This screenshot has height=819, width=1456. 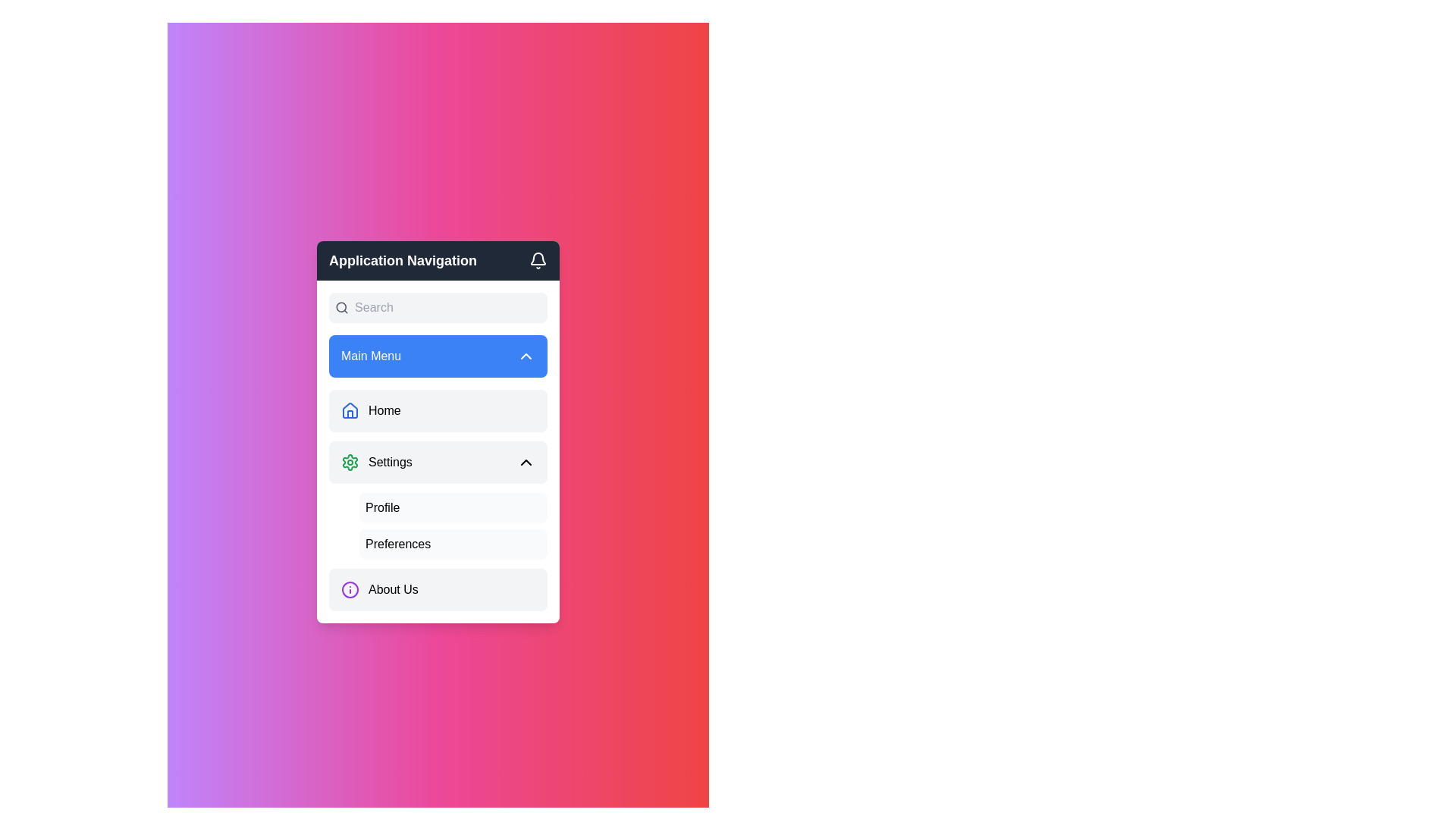 What do you see at coordinates (437, 526) in the screenshot?
I see `the 'Profile' option in the Vertical menu group located under the 'Settings' menu` at bounding box center [437, 526].